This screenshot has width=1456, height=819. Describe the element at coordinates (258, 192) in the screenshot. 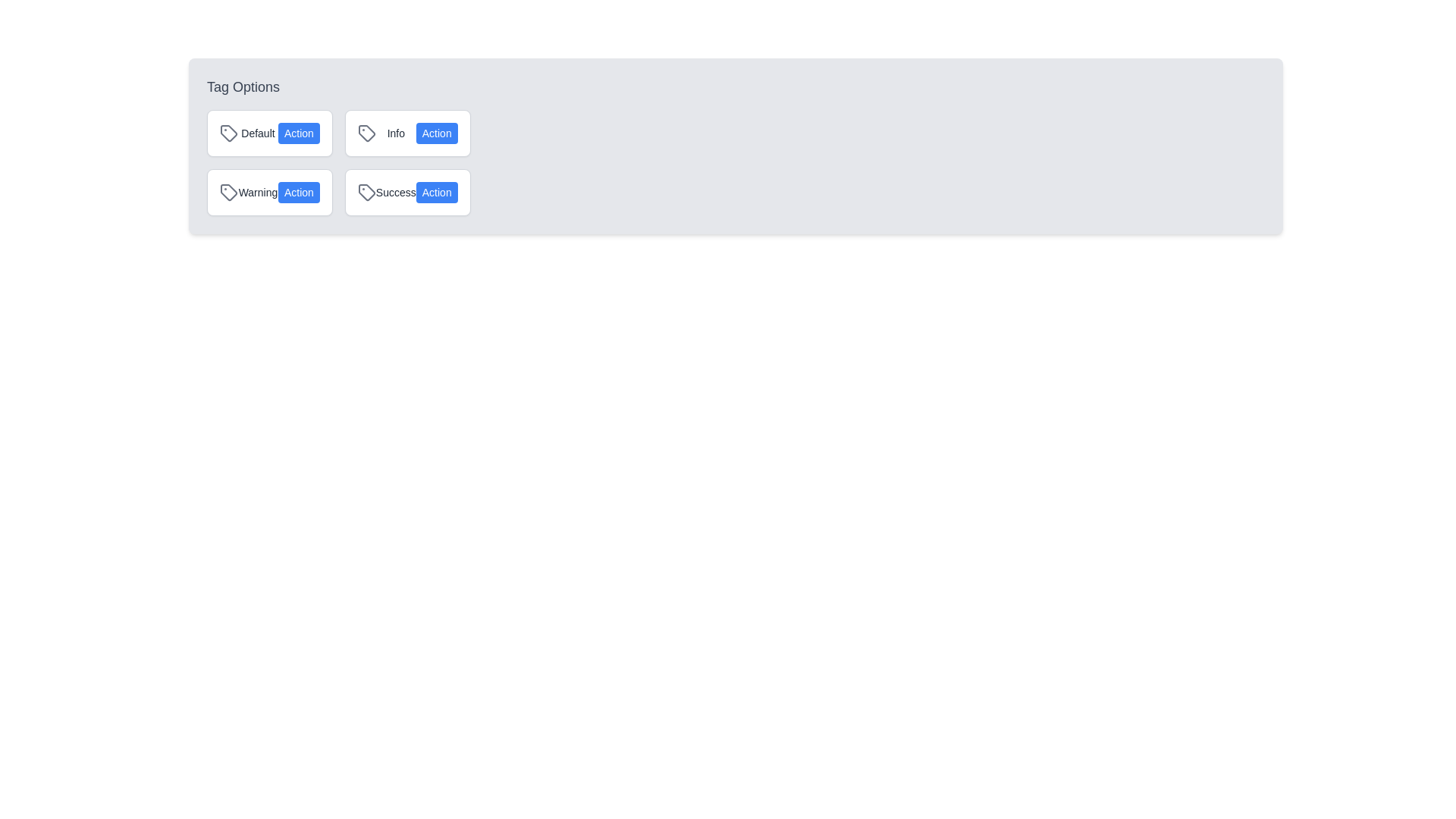

I see `text from the 'Warning' label, which is a medium-sized, dark gray text located in the lower-left quadrant, positioned between an icon and a button labeled 'Action'` at that location.